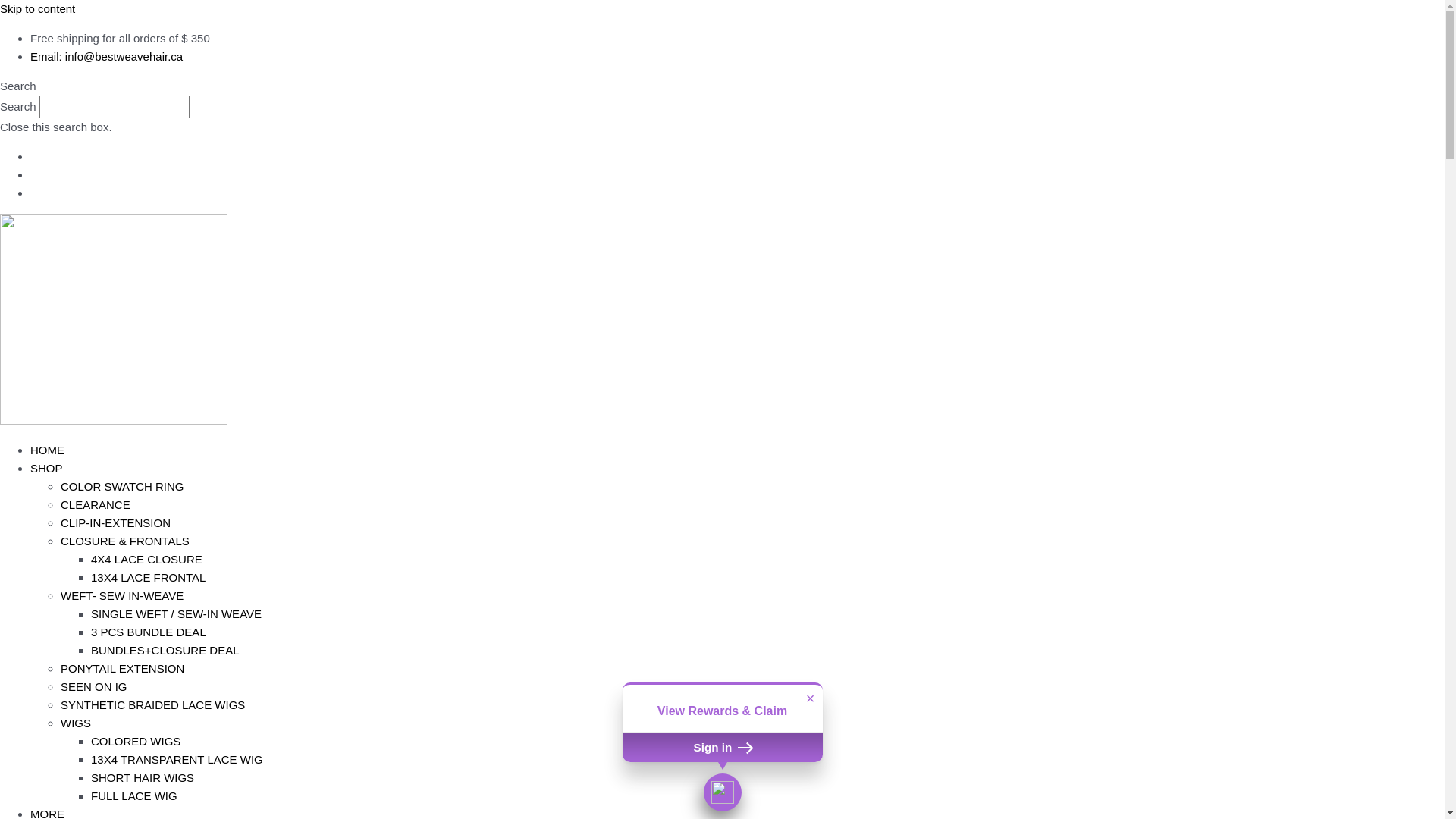 The image size is (1456, 819). Describe the element at coordinates (75, 722) in the screenshot. I see `'WIGS'` at that location.